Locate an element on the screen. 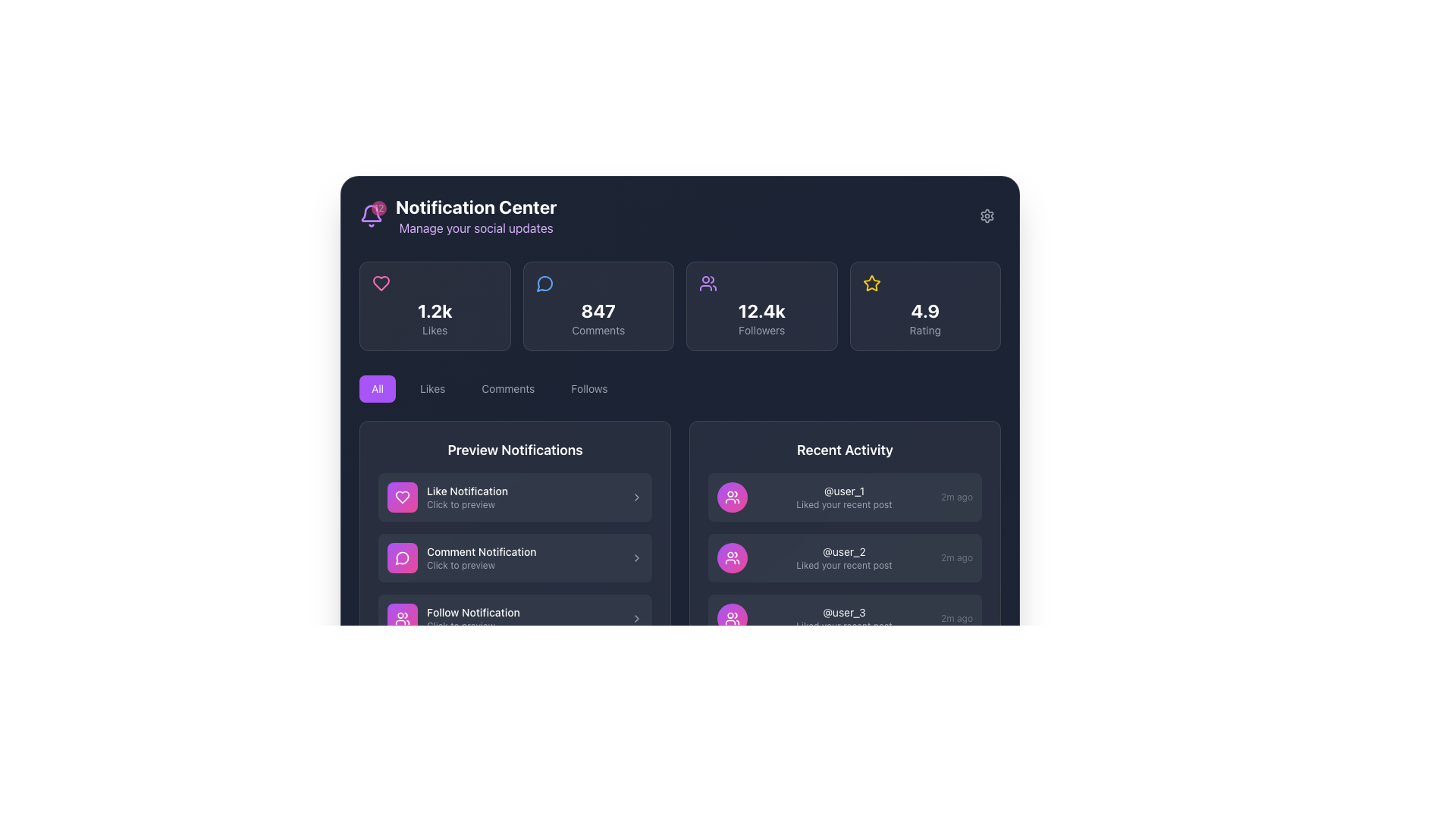 Image resolution: width=1456 pixels, height=819 pixels. the 'Likes' button, which is styled as a text label with gray color and rounded rectangular shape, to observe its hover effect is located at coordinates (431, 388).